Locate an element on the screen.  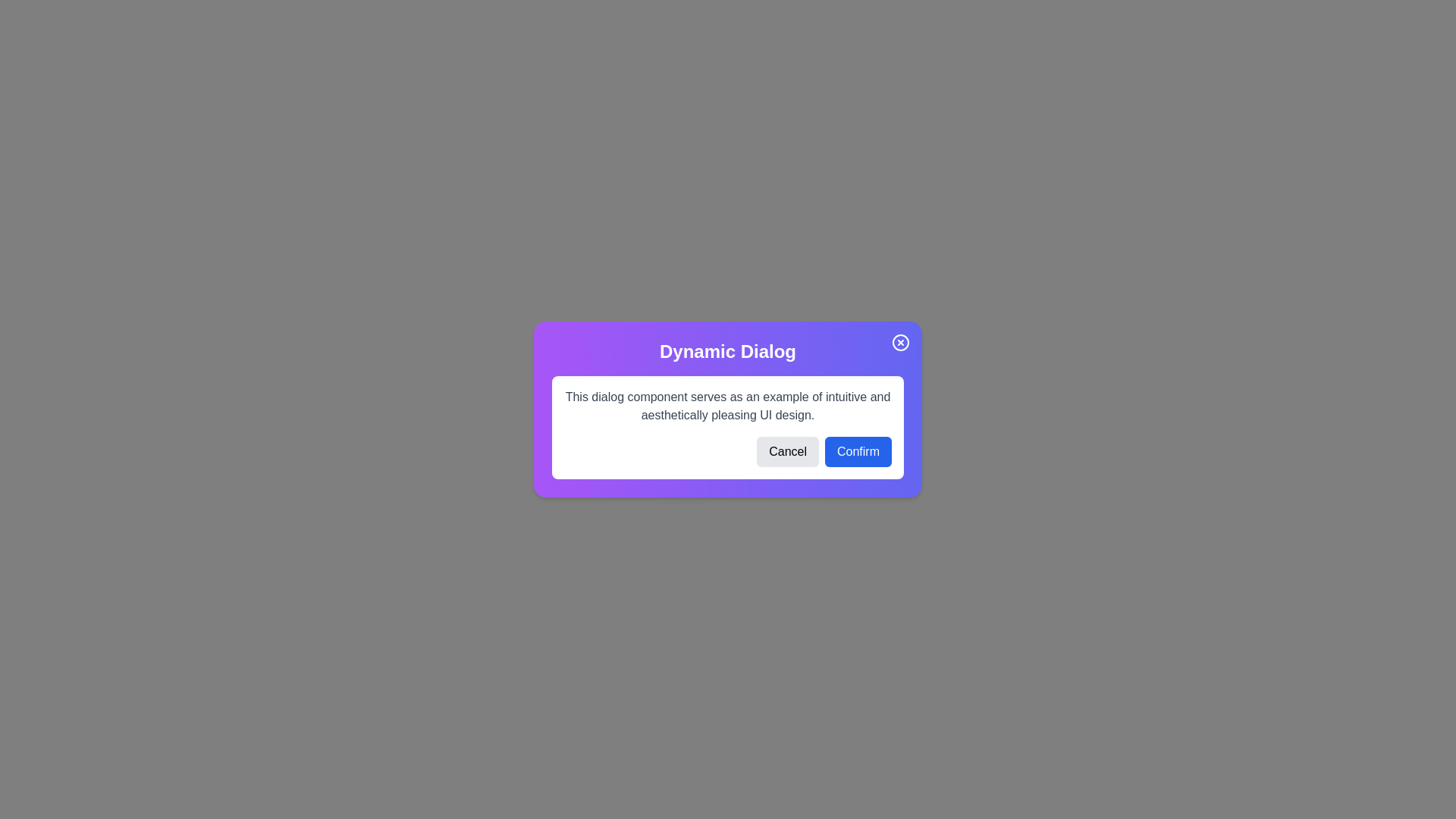
the close button in the top-right corner of the dialog is located at coordinates (901, 342).